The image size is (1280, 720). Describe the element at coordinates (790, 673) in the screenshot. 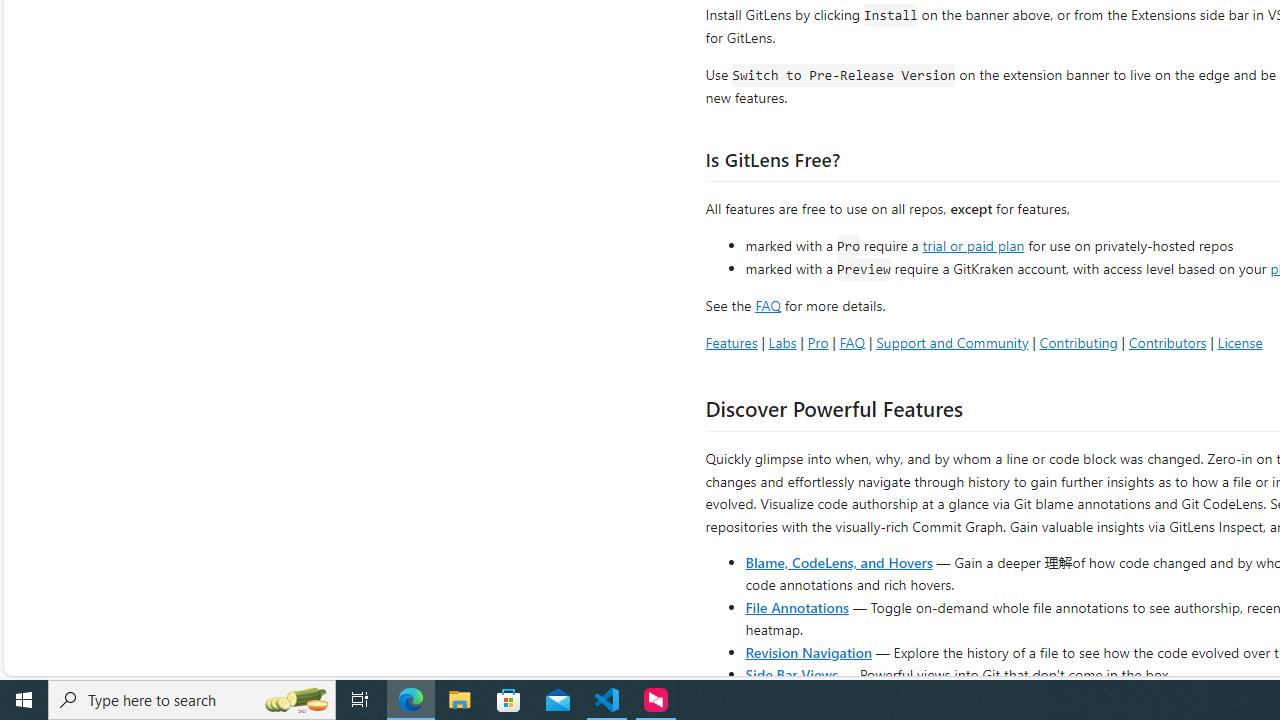

I see `'Side Bar Views'` at that location.